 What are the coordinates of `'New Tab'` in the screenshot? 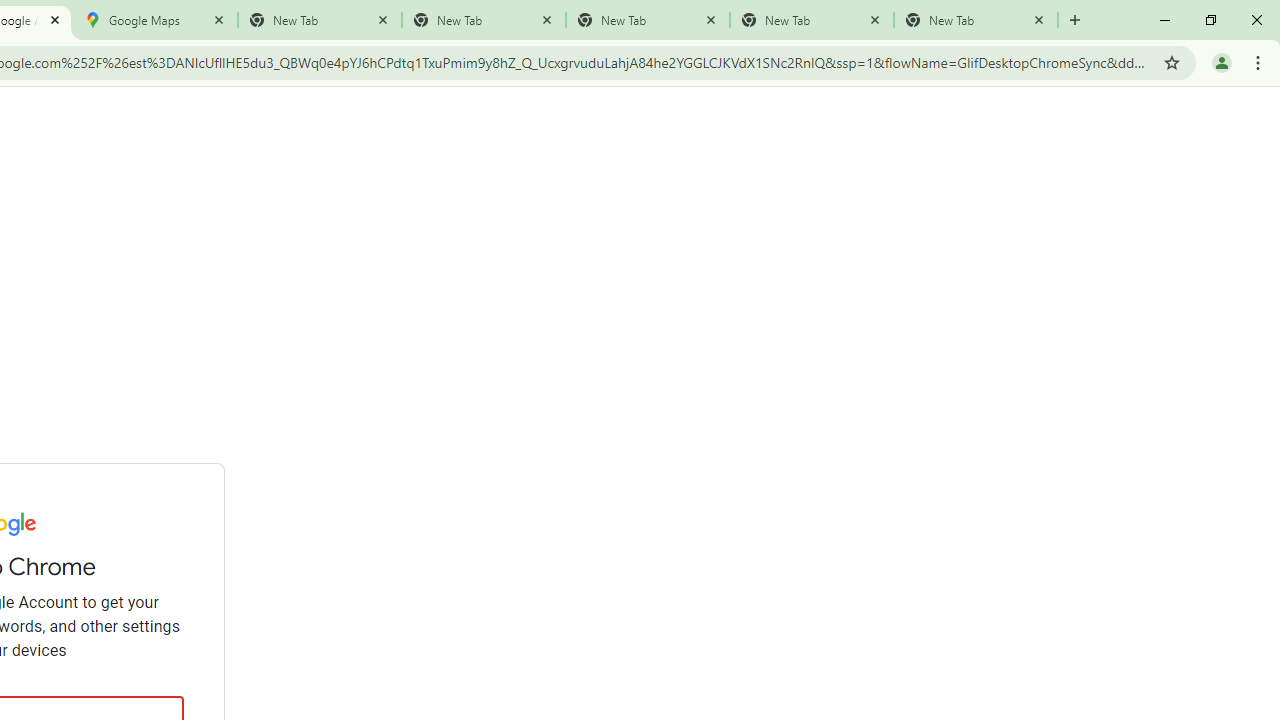 It's located at (976, 20).